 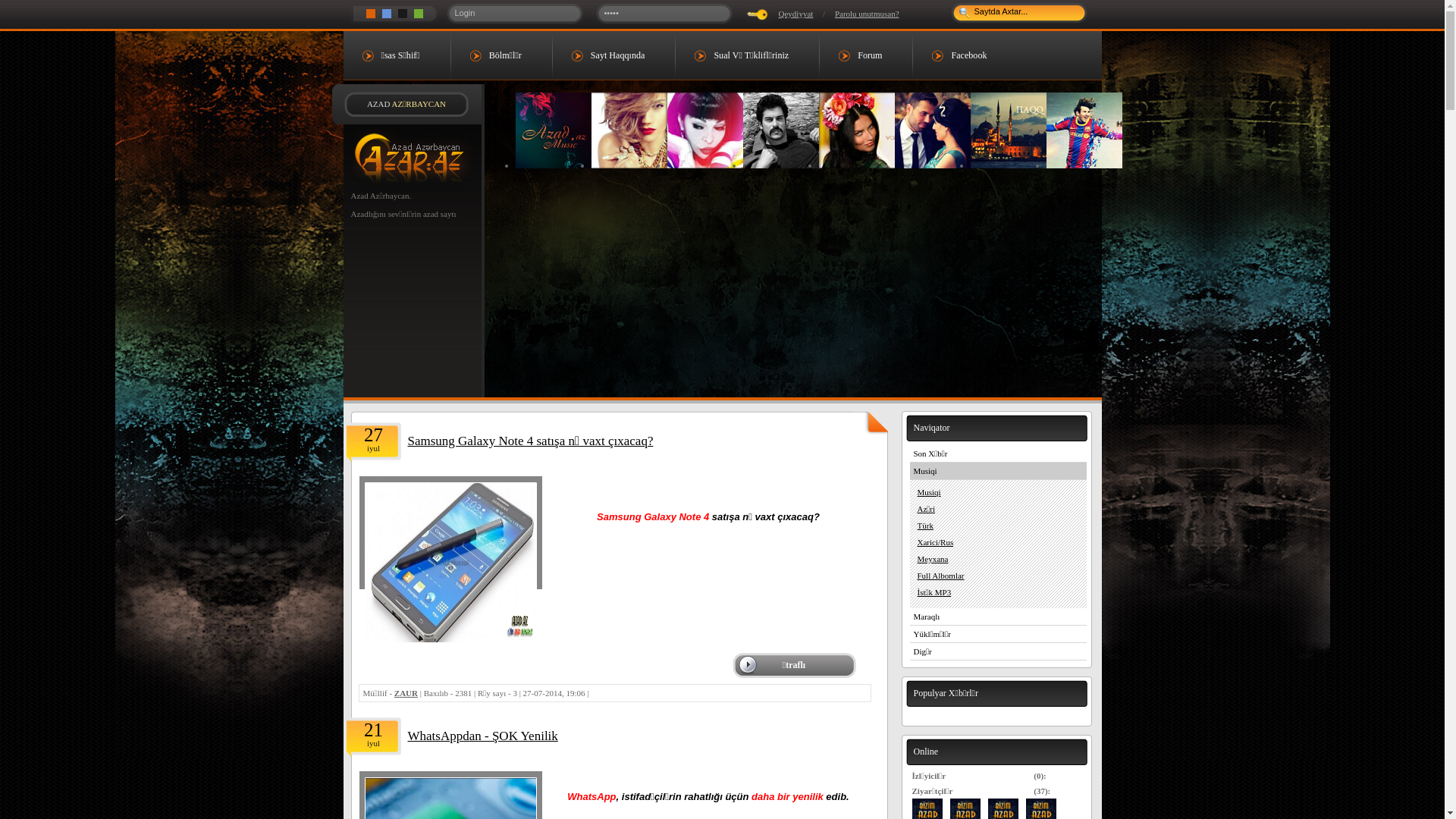 What do you see at coordinates (826, 14) in the screenshot?
I see `'Parolu unutmusan?'` at bounding box center [826, 14].